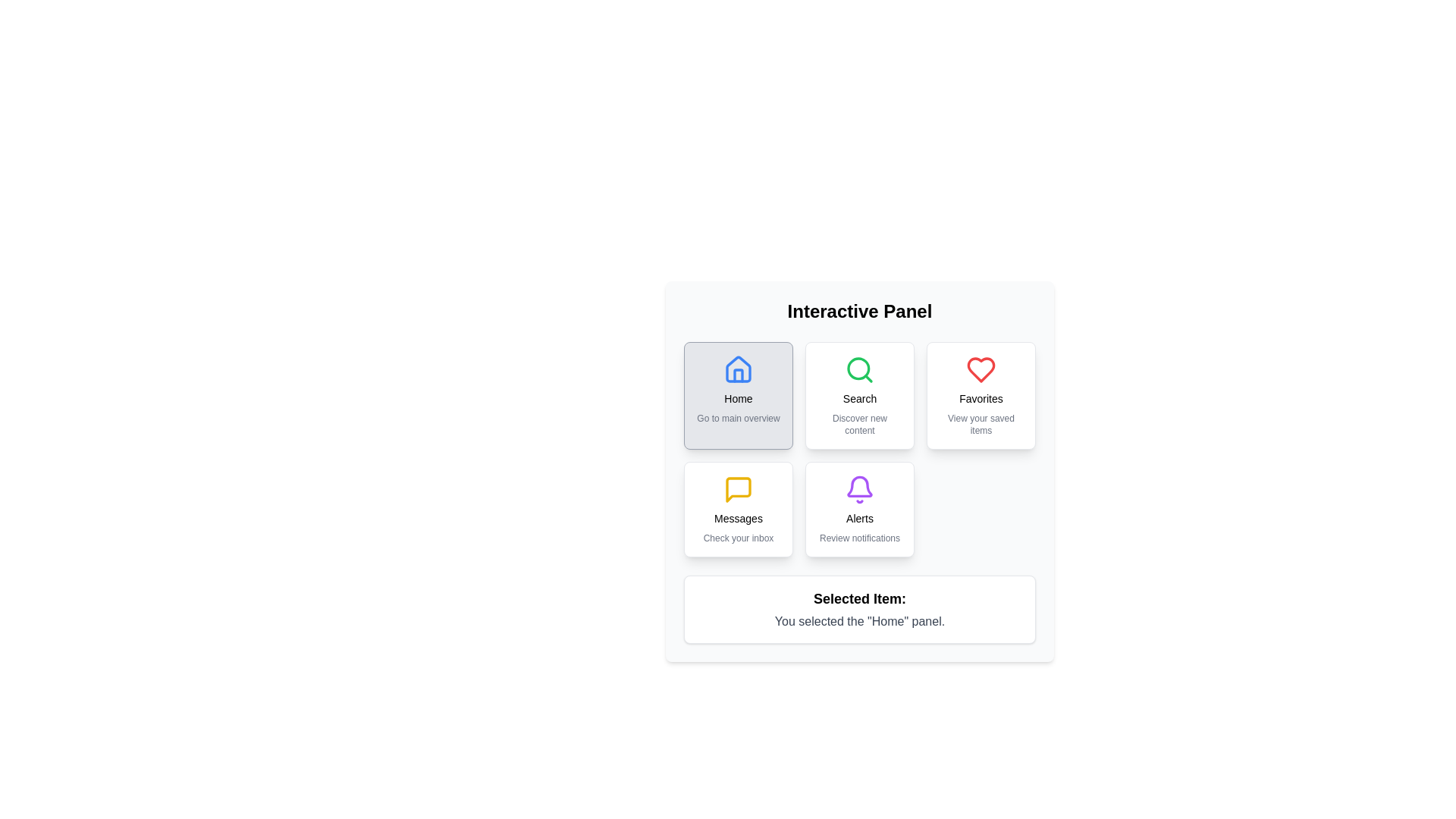  What do you see at coordinates (859, 537) in the screenshot?
I see `the text label displaying 'Review notifications' located beneath the main label 'Alerts' within the card labeled 'Alerts'` at bounding box center [859, 537].